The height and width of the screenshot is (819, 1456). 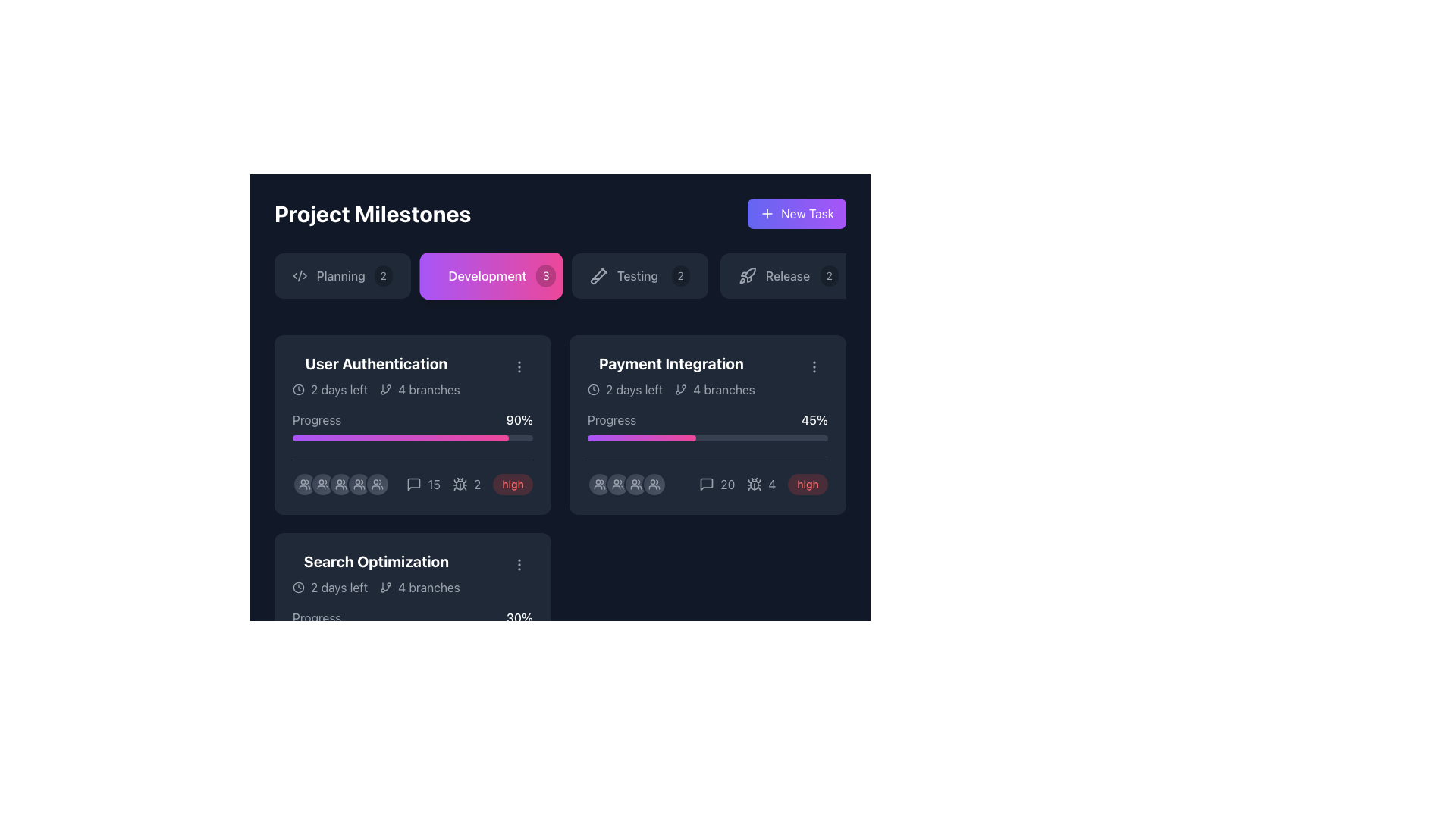 I want to click on the fourth interactive button labeled 'Release' with a rocket icon, so click(x=789, y=275).